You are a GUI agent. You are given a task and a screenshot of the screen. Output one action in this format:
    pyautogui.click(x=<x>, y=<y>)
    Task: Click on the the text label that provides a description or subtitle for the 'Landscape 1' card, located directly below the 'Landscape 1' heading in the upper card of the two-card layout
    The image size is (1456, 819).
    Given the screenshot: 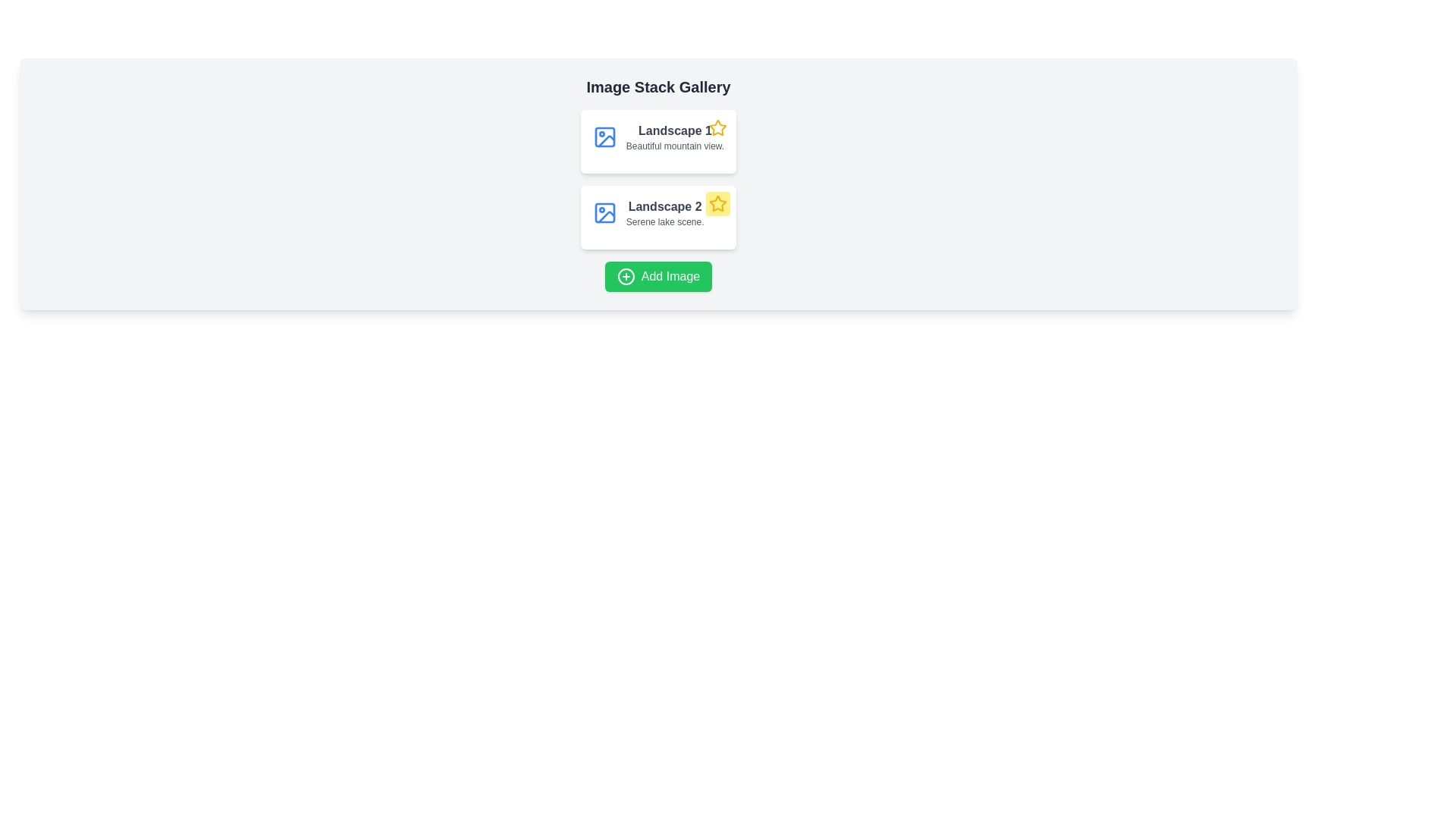 What is the action you would take?
    pyautogui.click(x=674, y=146)
    